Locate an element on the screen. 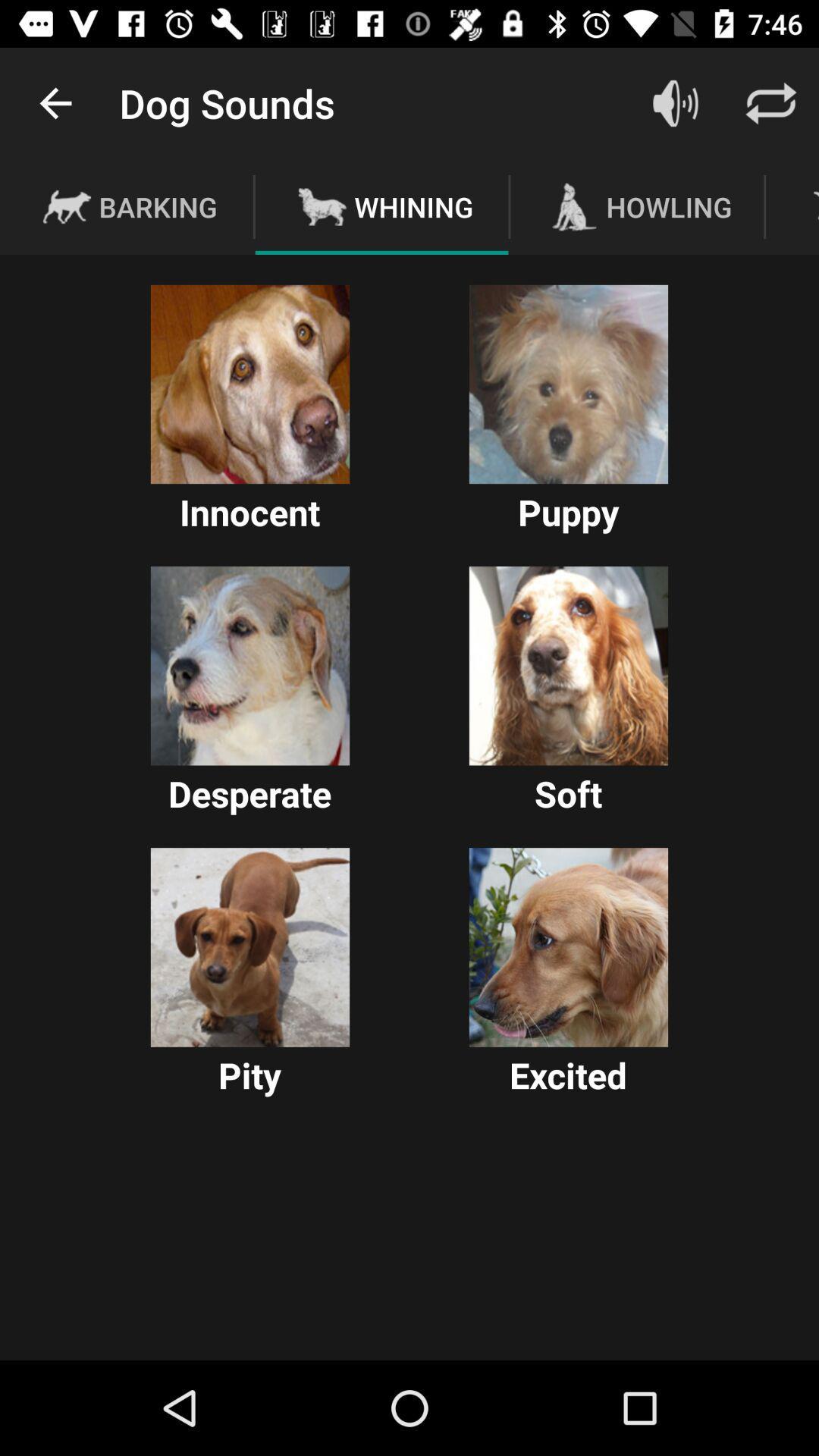 This screenshot has height=1456, width=819. icon above the barking is located at coordinates (55, 102).